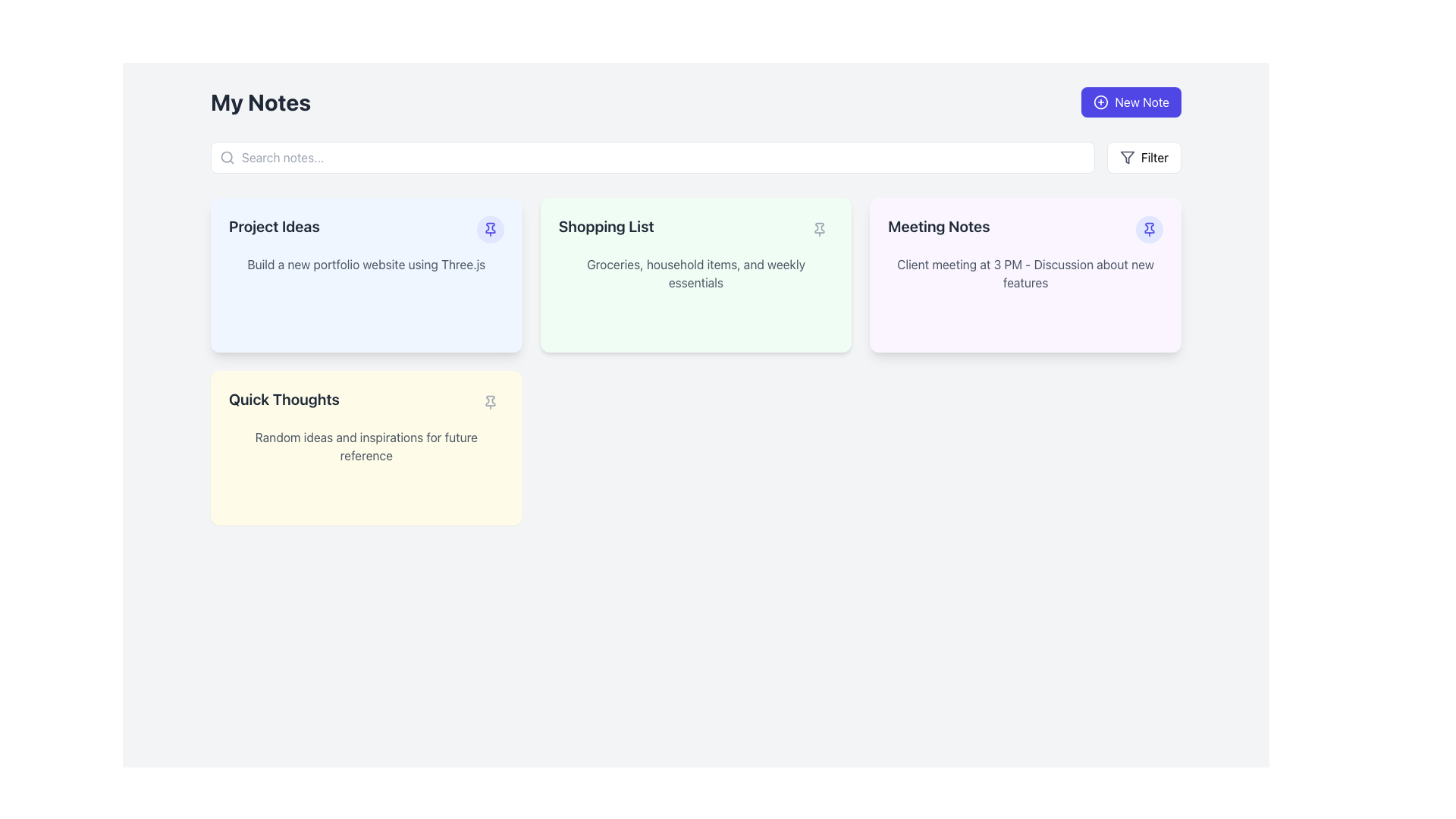  I want to click on the descriptive label in the 'Meeting Notes' card that details the meeting scheduled at 3 PM about new features, so click(1025, 274).